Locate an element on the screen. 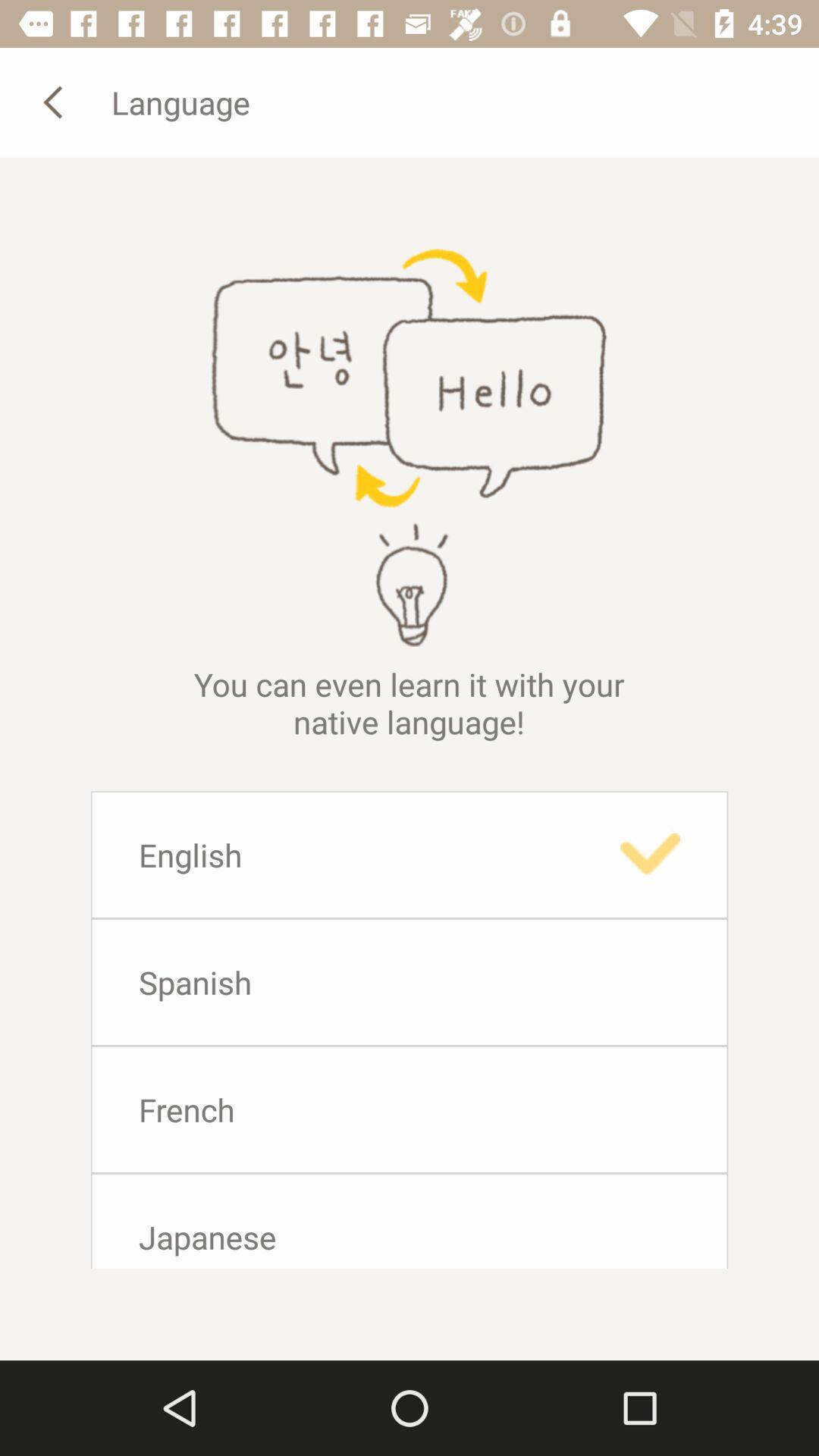 The width and height of the screenshot is (819, 1456). the arrow_backward icon is located at coordinates (55, 101).